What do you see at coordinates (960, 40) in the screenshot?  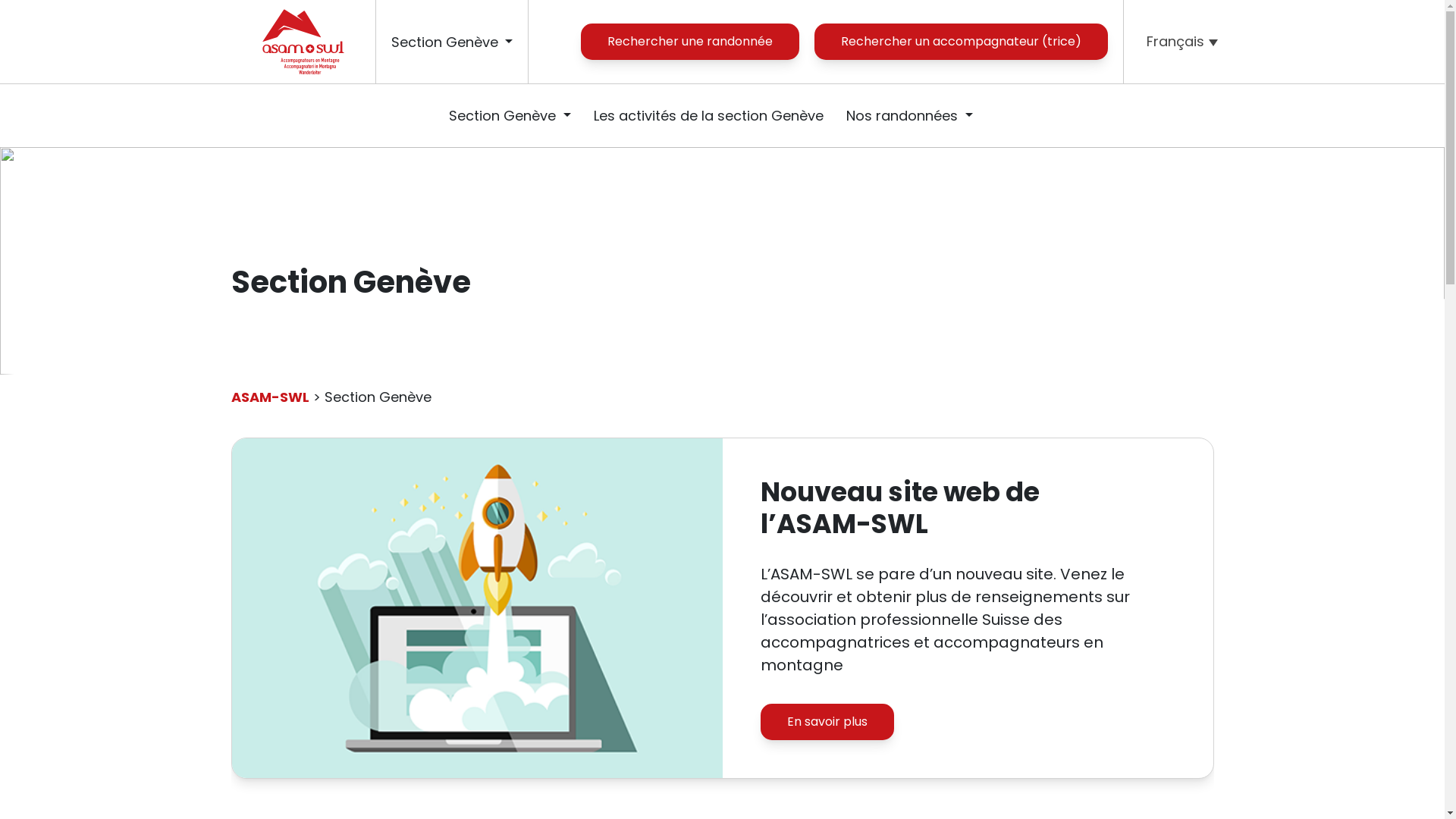 I see `'Rechercher un accompagnateur (trice)'` at bounding box center [960, 40].